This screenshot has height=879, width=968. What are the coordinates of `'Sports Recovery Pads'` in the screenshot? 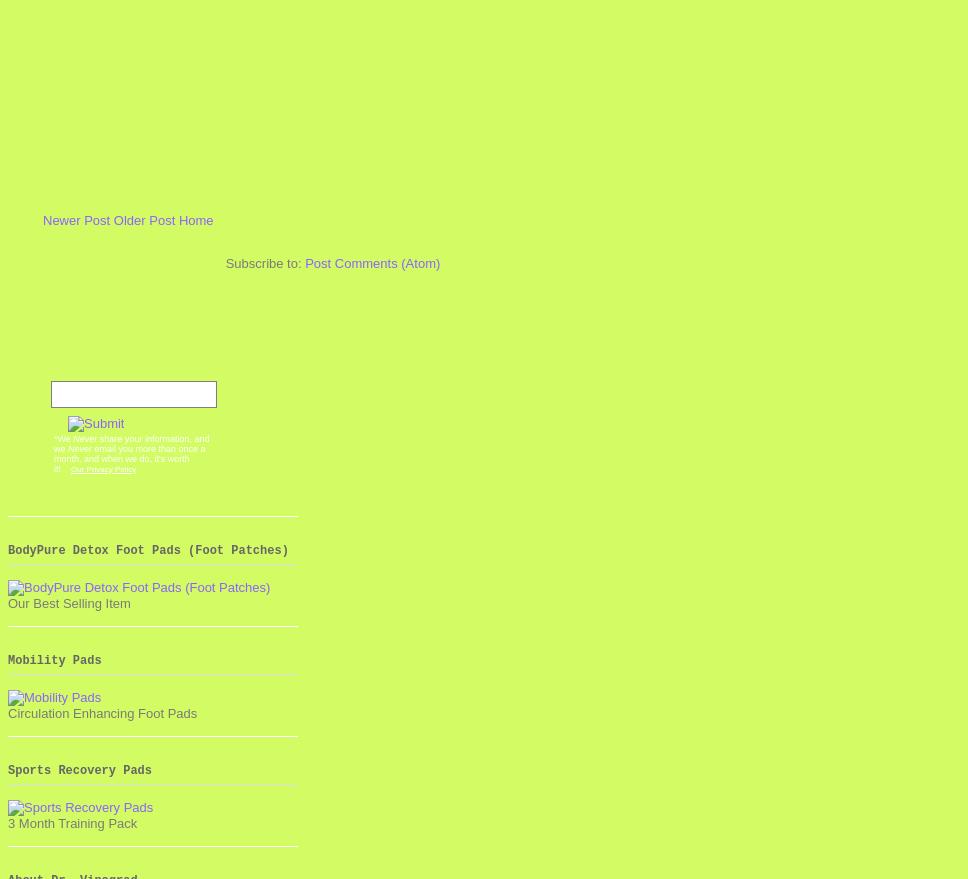 It's located at (78, 770).